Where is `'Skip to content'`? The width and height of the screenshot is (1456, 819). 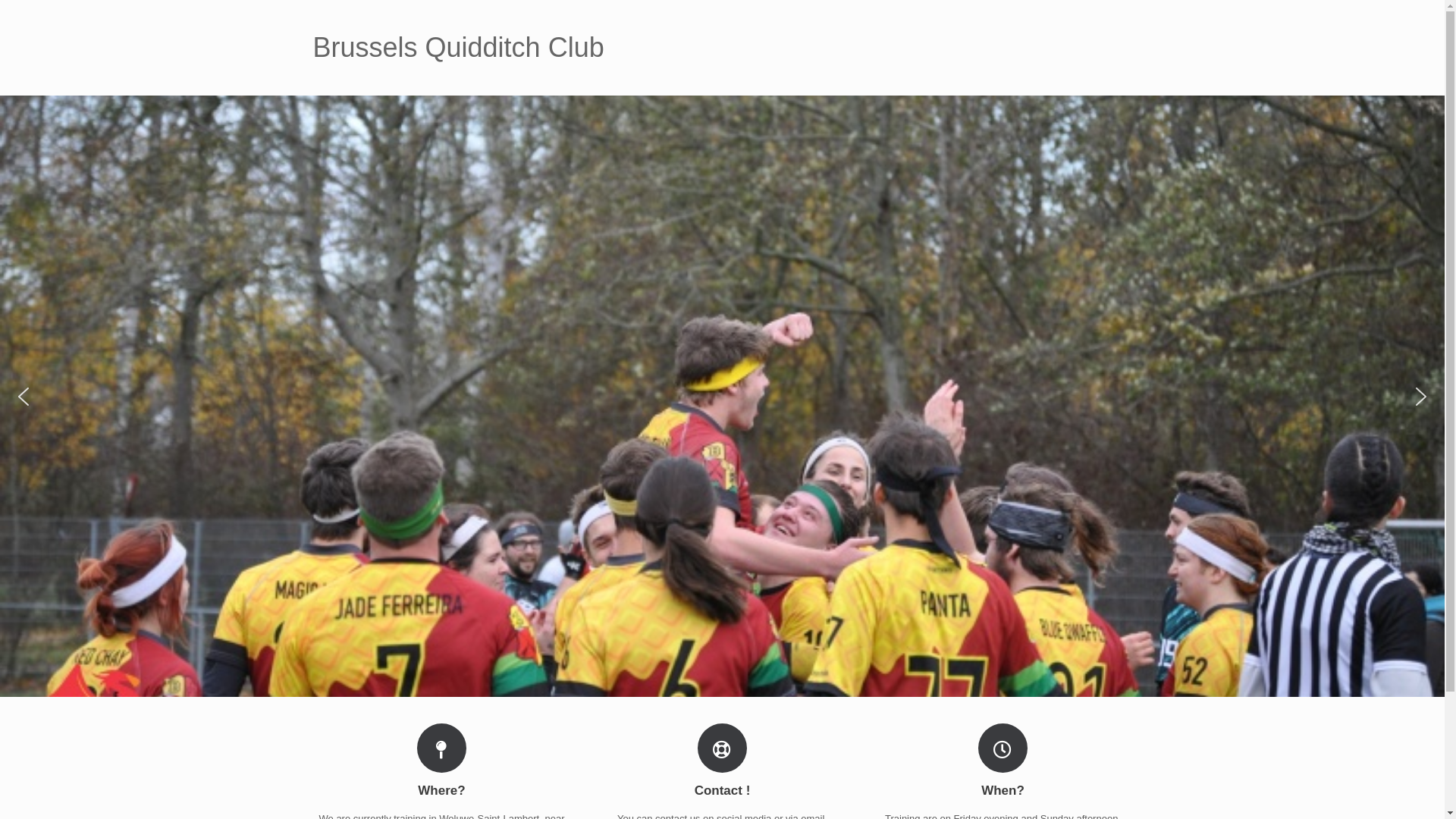 'Skip to content' is located at coordinates (0, 0).